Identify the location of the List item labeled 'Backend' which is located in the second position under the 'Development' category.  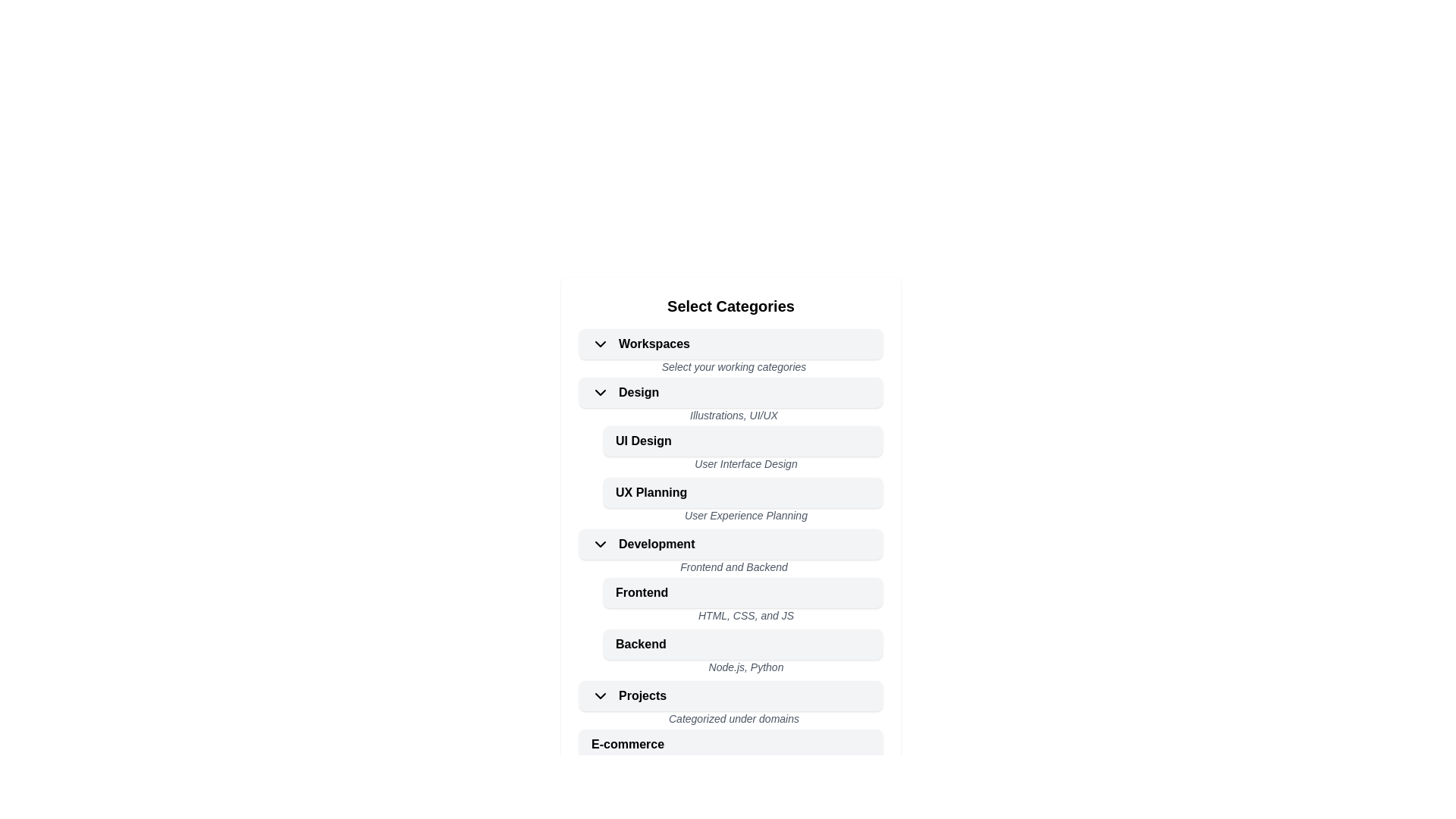
(742, 644).